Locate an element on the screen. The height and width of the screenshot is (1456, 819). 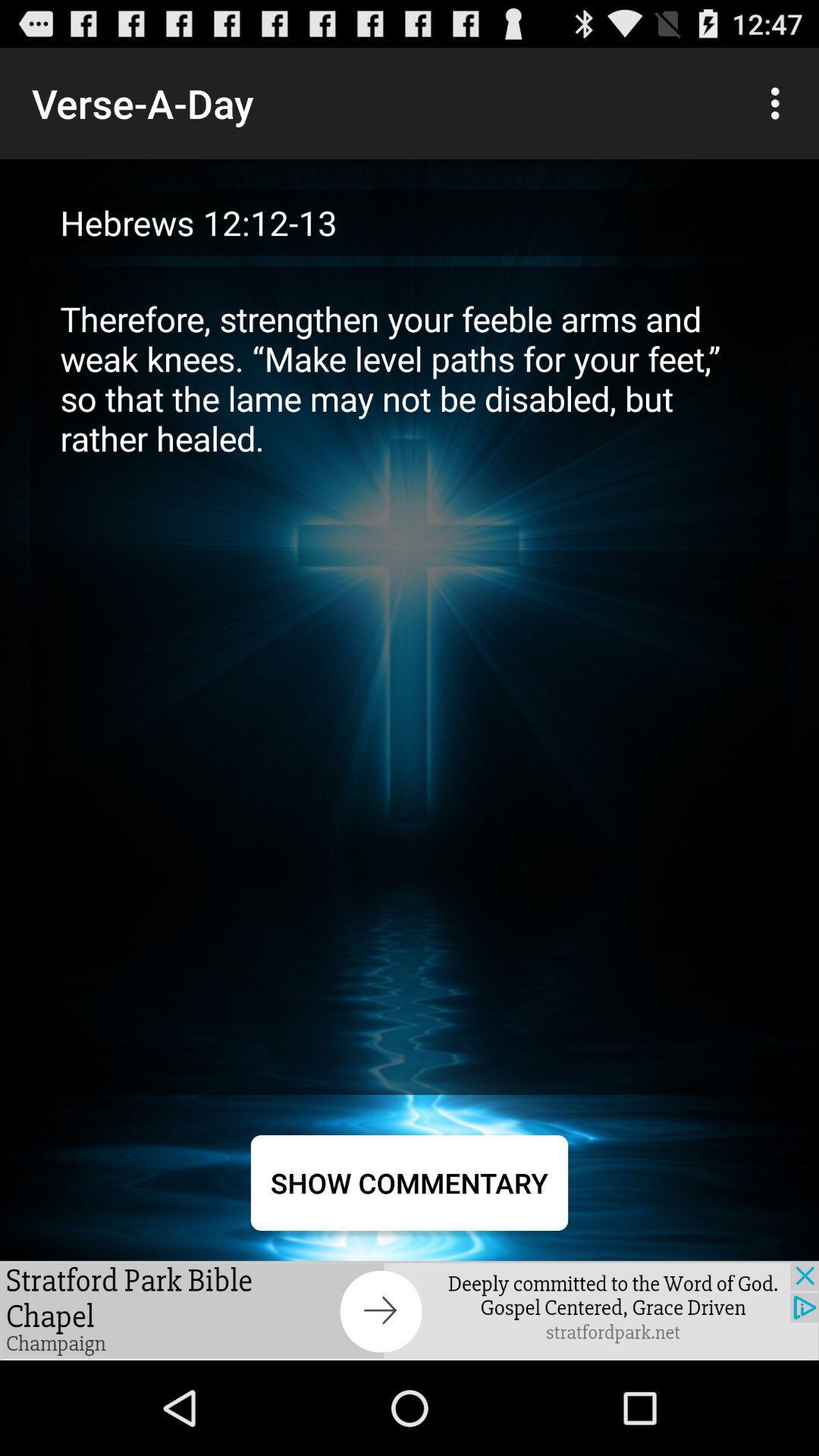
item next to verse-a-day item is located at coordinates (779, 102).